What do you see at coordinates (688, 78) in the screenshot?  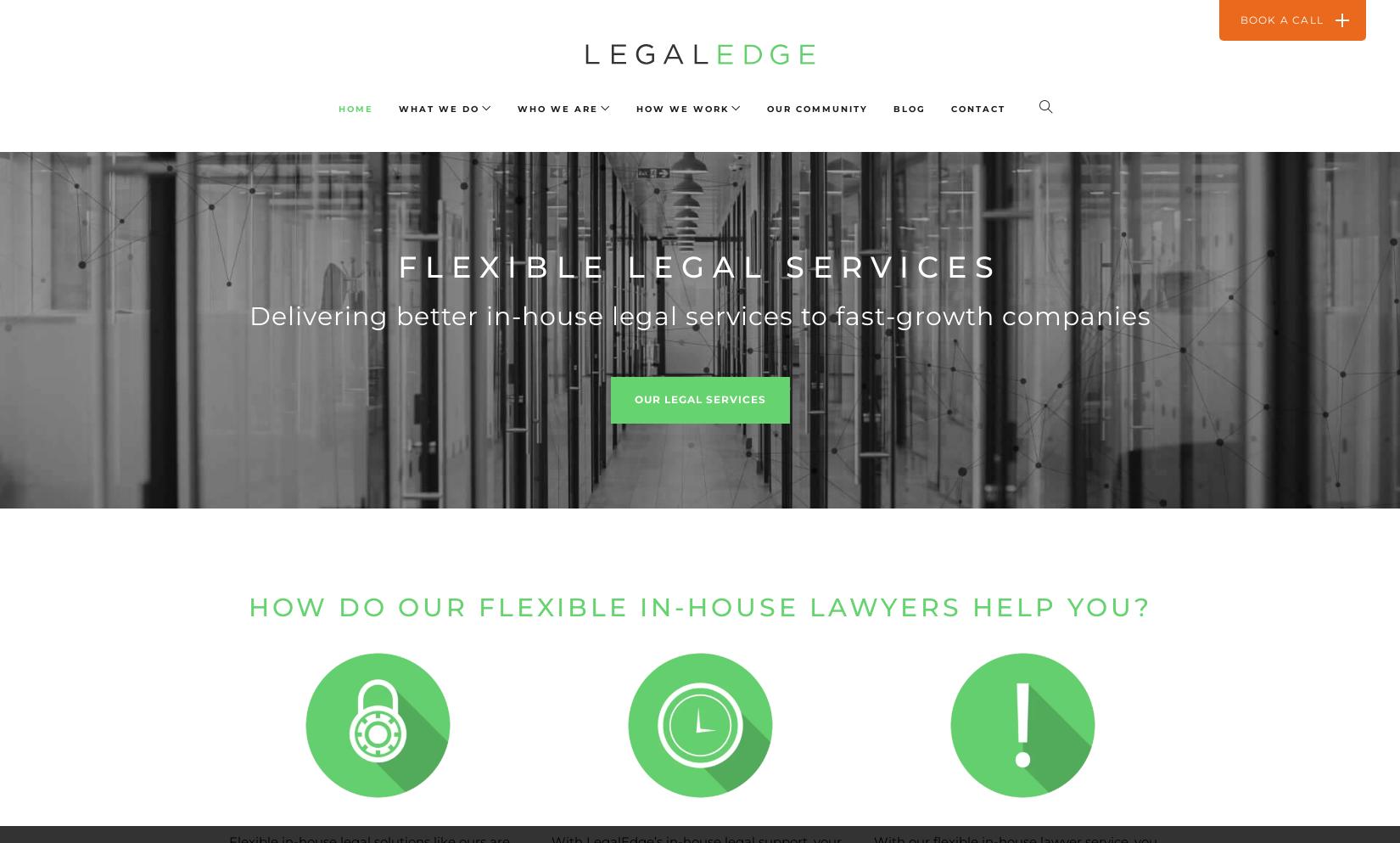 I see `'are closed quicker, getting revenue in faster. Your legal budget is under control, avoiding nasty surprises. Your people, assets and brand are protected.'` at bounding box center [688, 78].